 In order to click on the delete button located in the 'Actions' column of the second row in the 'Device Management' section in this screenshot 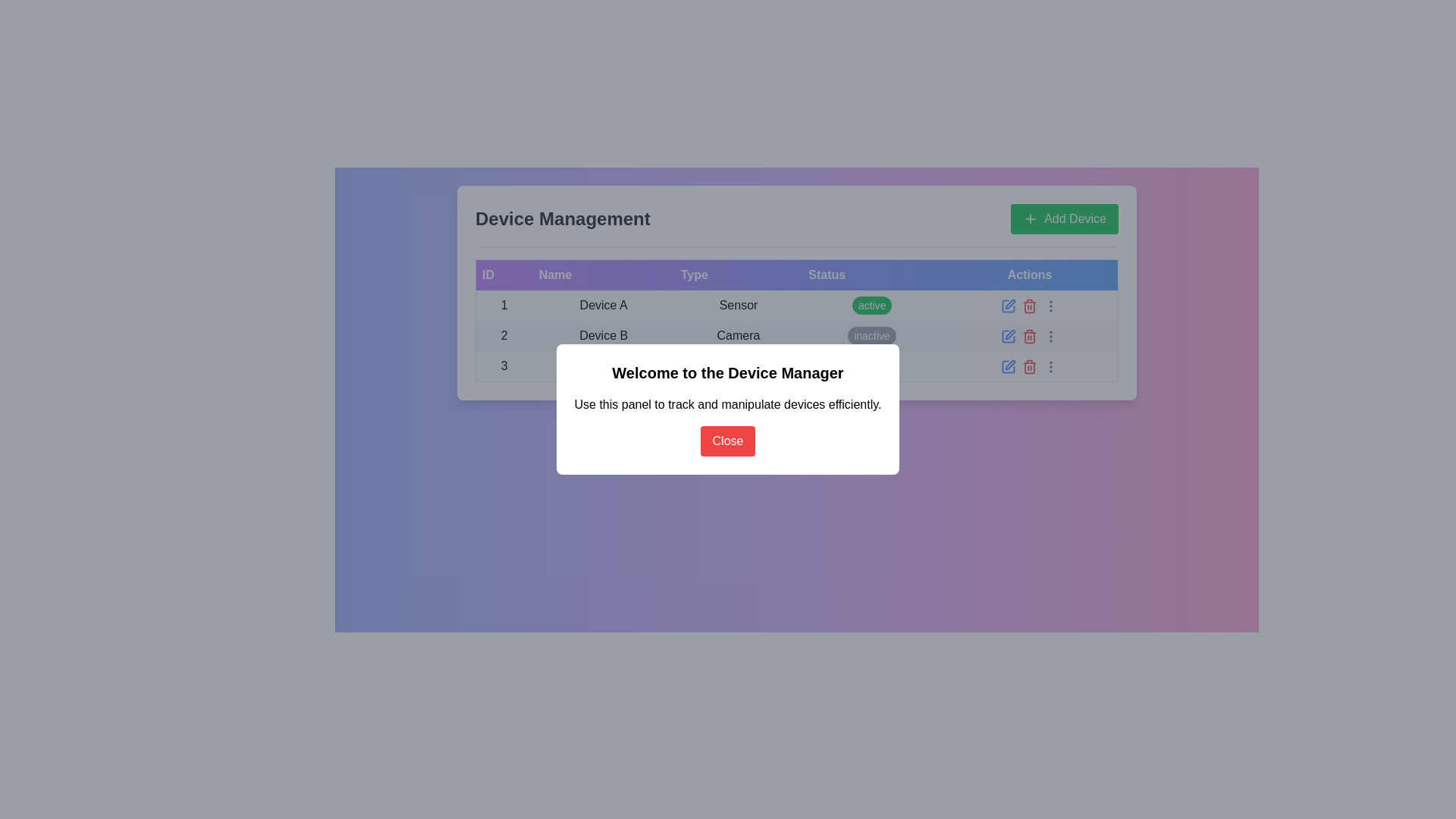, I will do `click(1030, 305)`.